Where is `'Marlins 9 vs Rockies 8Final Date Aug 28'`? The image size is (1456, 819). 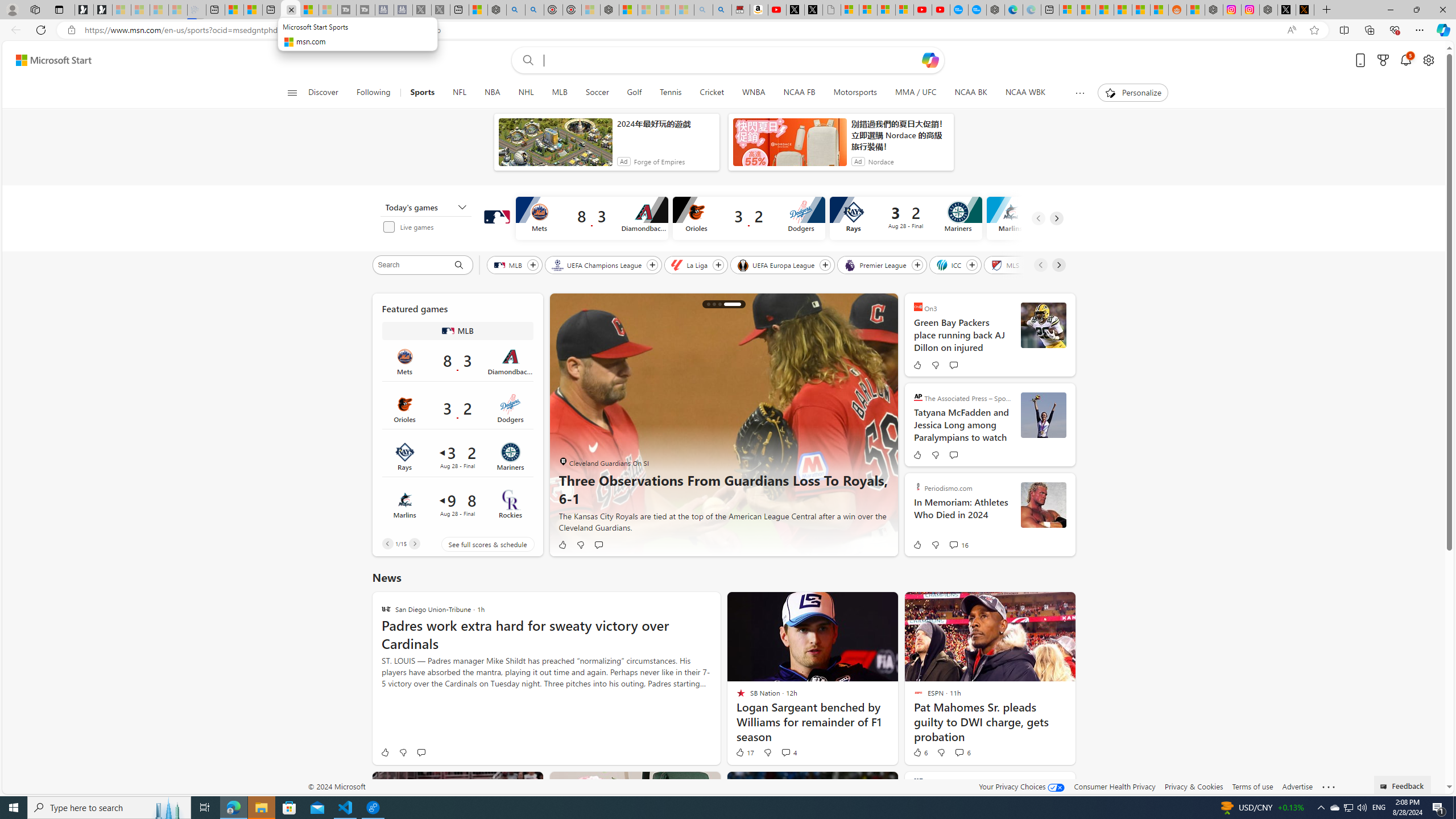 'Marlins 9 vs Rockies 8Final Date Aug 28' is located at coordinates (457, 504).